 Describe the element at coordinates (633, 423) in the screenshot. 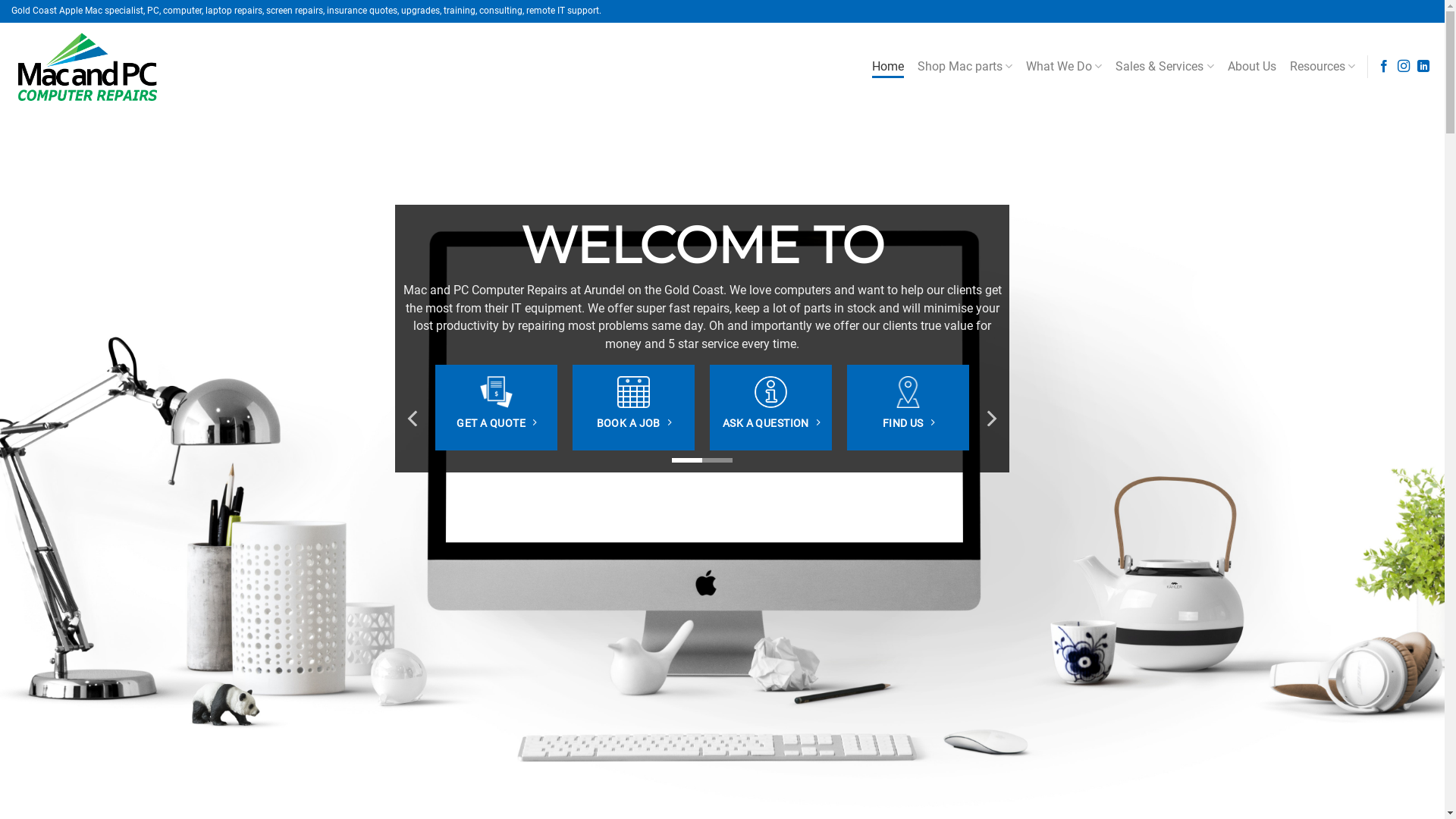

I see `'BOOK A JOB'` at that location.